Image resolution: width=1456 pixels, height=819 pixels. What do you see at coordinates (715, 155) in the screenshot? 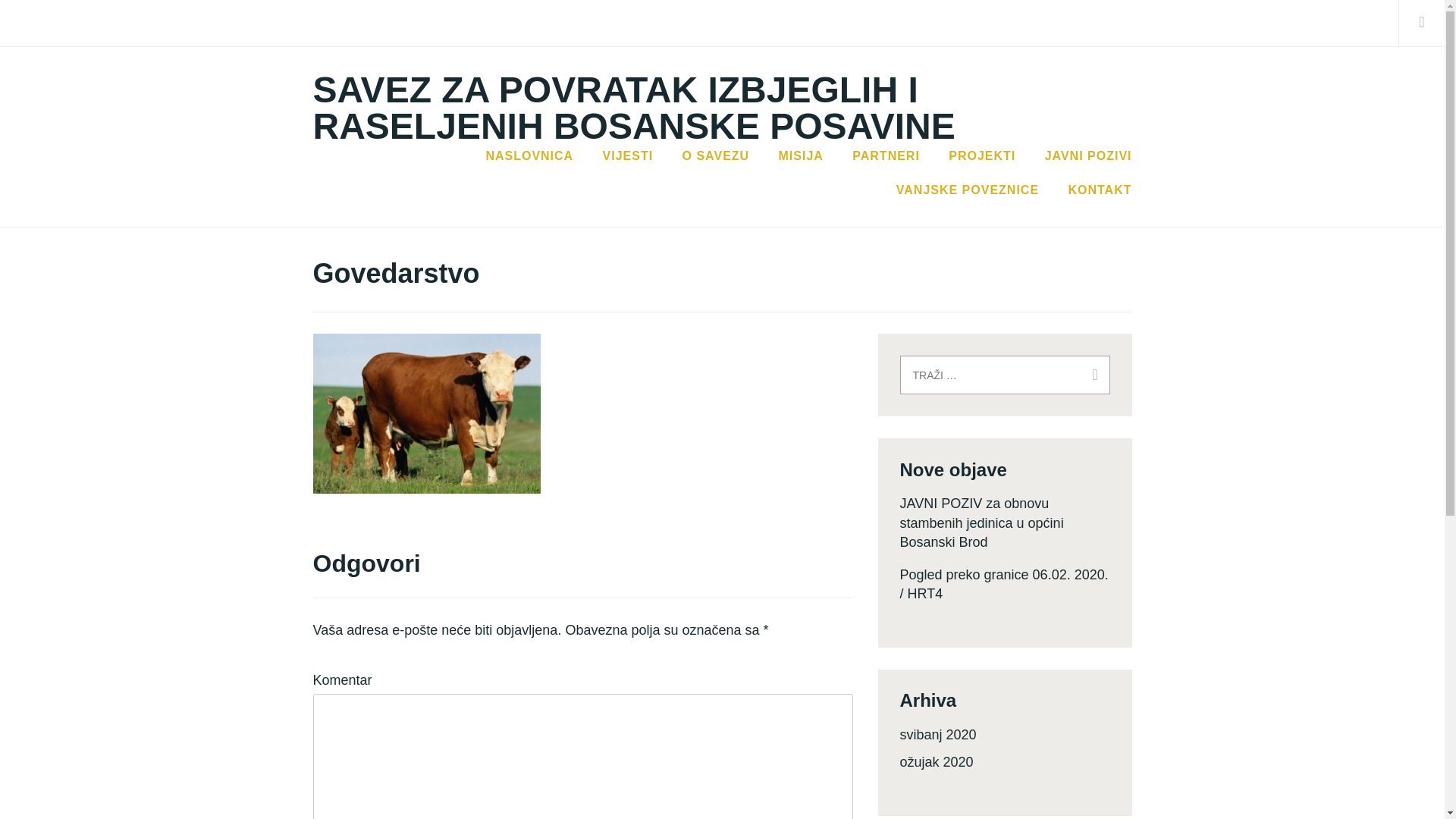
I see `'O SAVEZU'` at bounding box center [715, 155].